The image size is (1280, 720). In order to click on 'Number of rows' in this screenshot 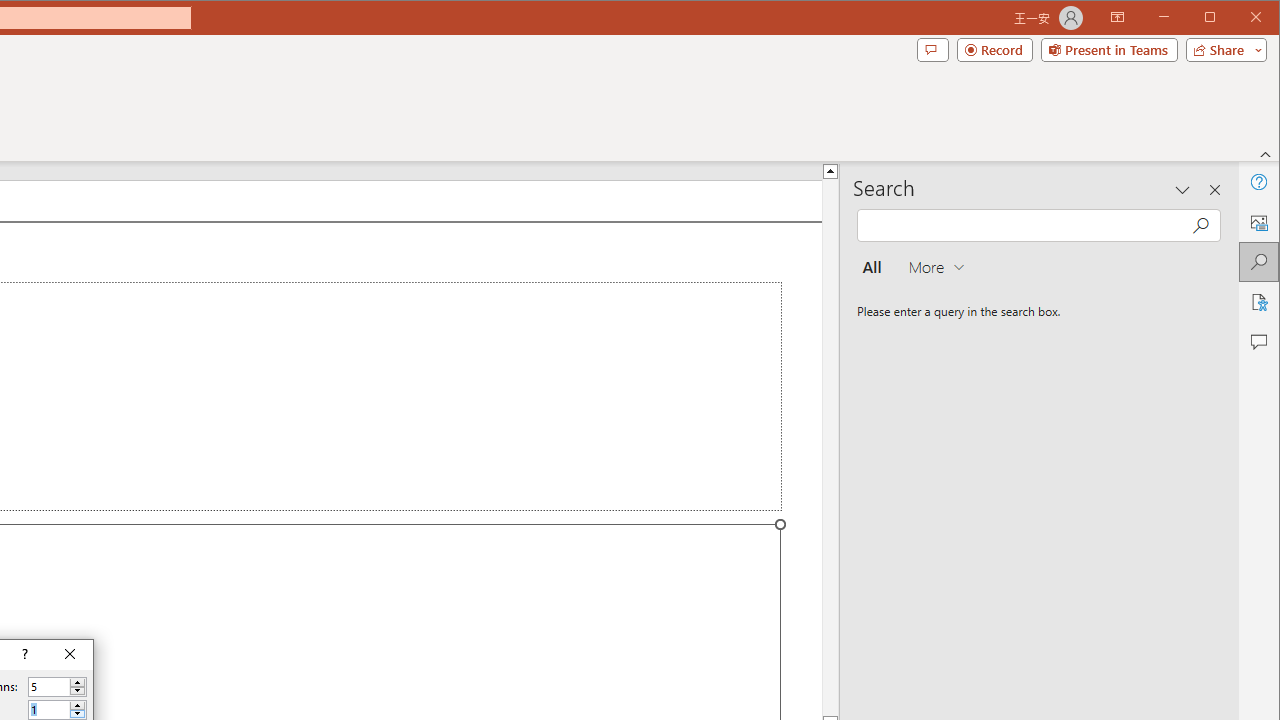, I will do `click(49, 709)`.